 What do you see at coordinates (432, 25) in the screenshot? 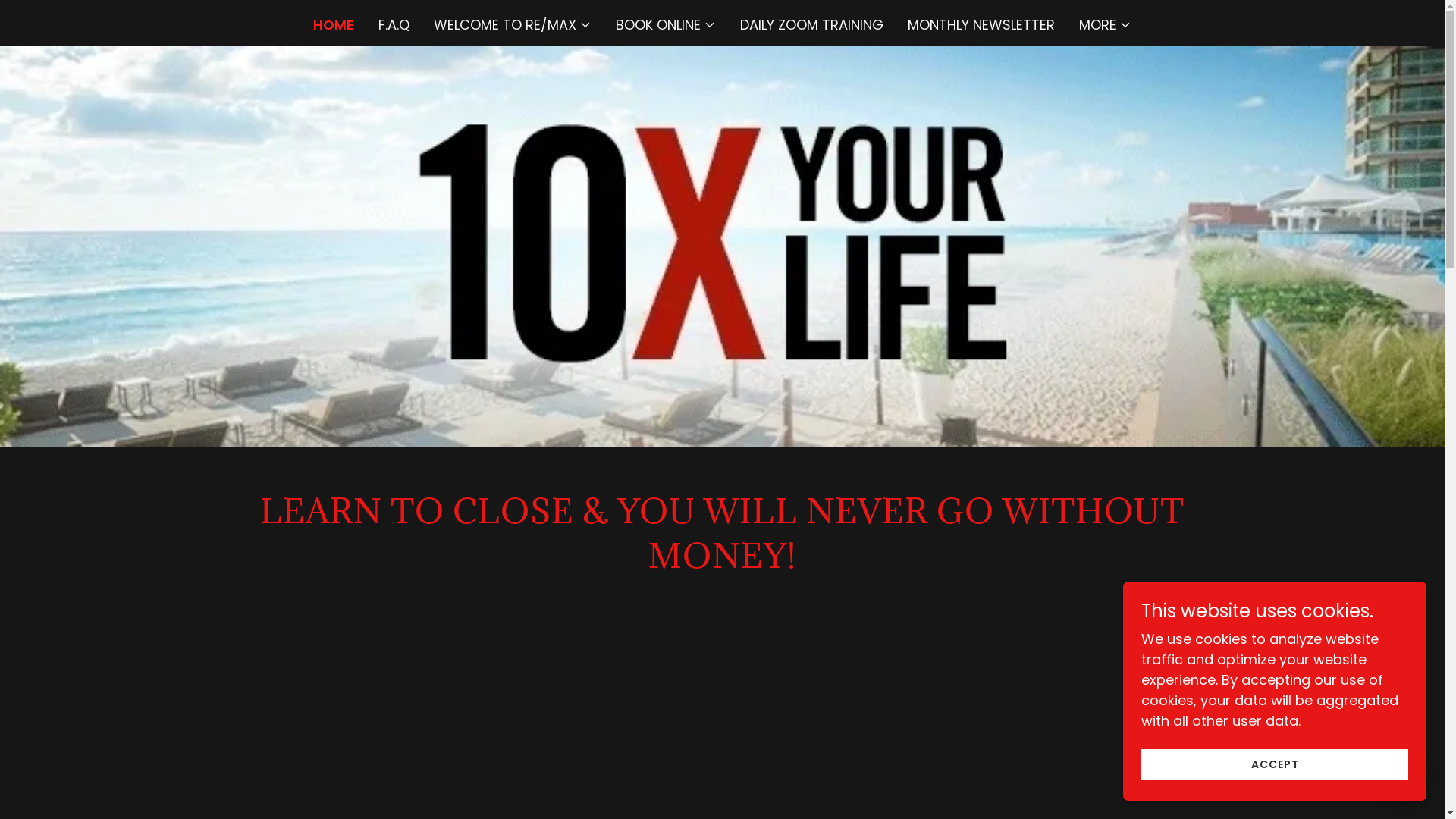
I see `'WELCOME TO RE/MAX'` at bounding box center [432, 25].